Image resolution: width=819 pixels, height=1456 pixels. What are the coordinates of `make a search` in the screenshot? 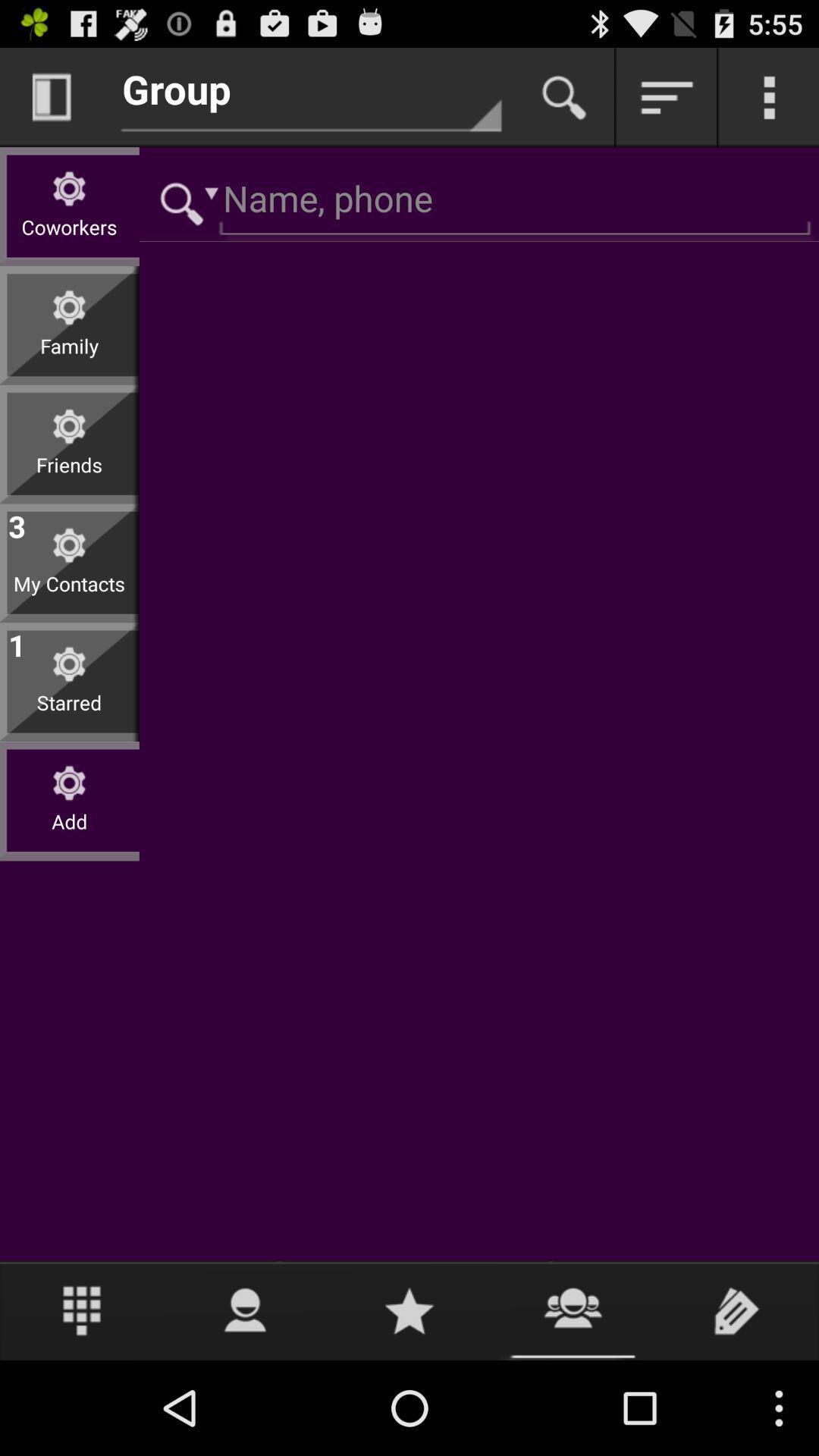 It's located at (564, 96).